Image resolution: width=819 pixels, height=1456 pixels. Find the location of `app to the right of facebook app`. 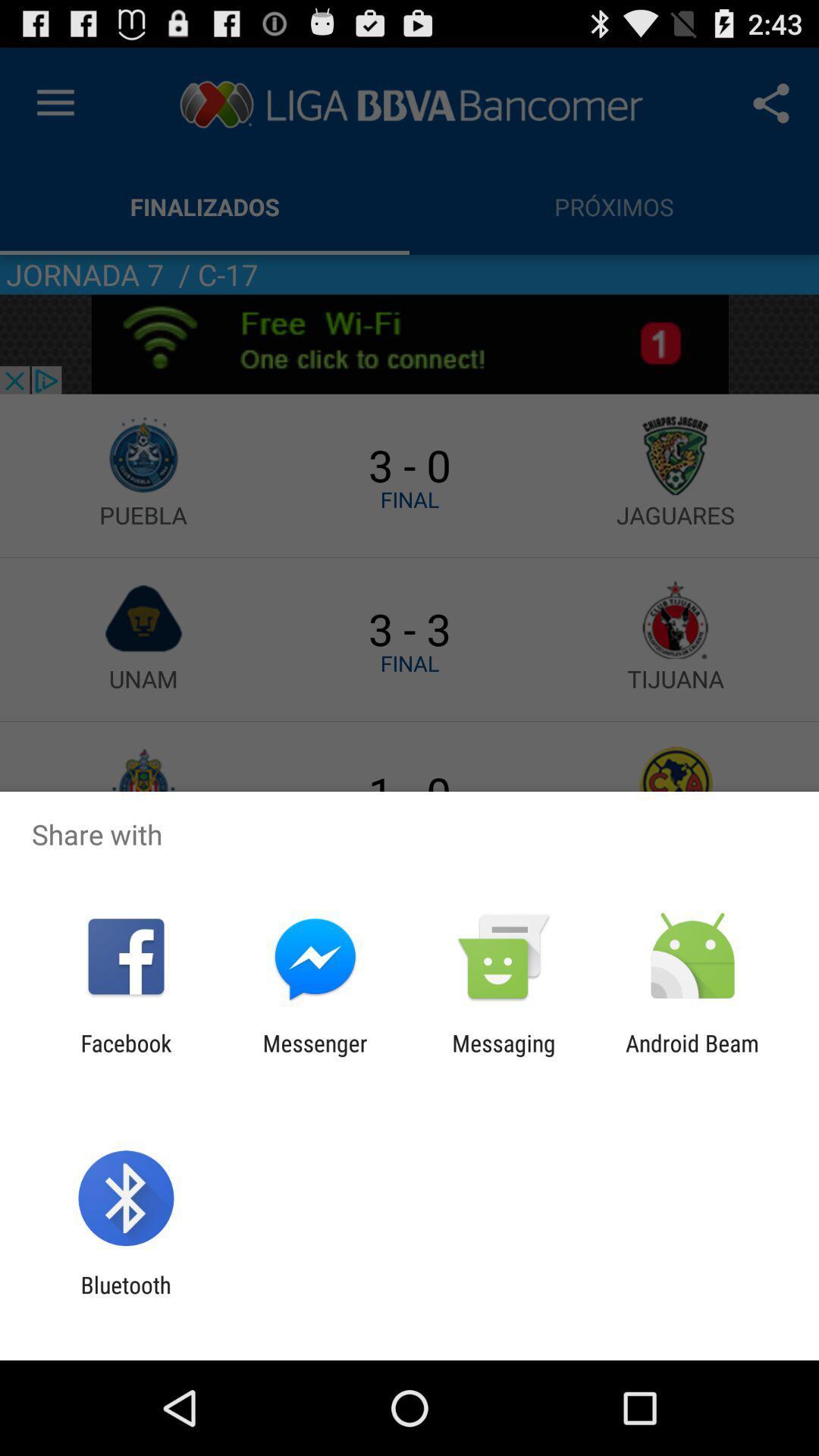

app to the right of facebook app is located at coordinates (314, 1056).